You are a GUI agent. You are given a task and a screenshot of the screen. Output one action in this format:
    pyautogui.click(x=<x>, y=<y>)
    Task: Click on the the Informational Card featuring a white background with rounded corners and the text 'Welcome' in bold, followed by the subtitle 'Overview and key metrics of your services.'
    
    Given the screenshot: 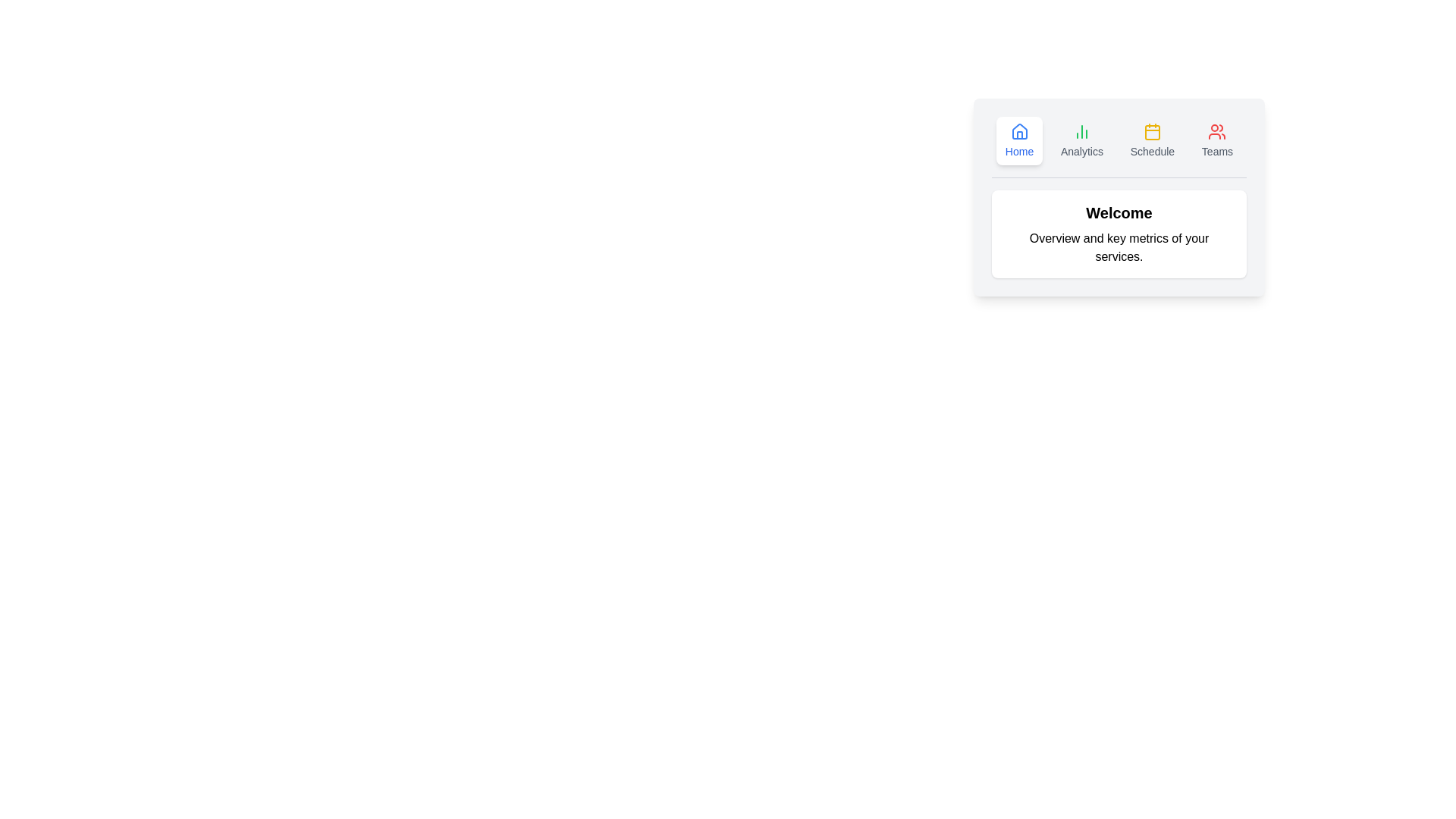 What is the action you would take?
    pyautogui.click(x=1119, y=234)
    